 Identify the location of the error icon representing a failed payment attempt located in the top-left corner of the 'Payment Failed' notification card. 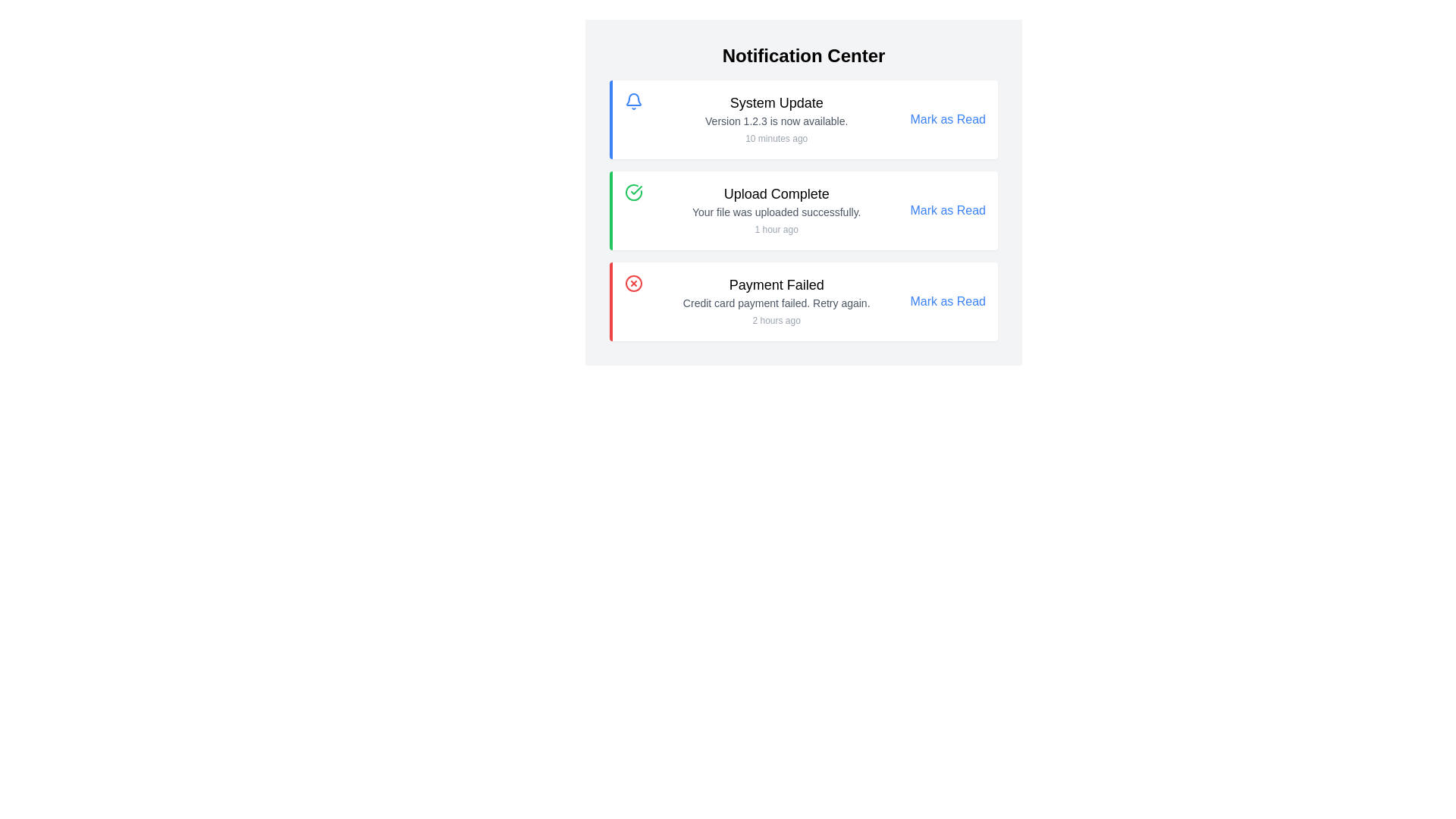
(633, 284).